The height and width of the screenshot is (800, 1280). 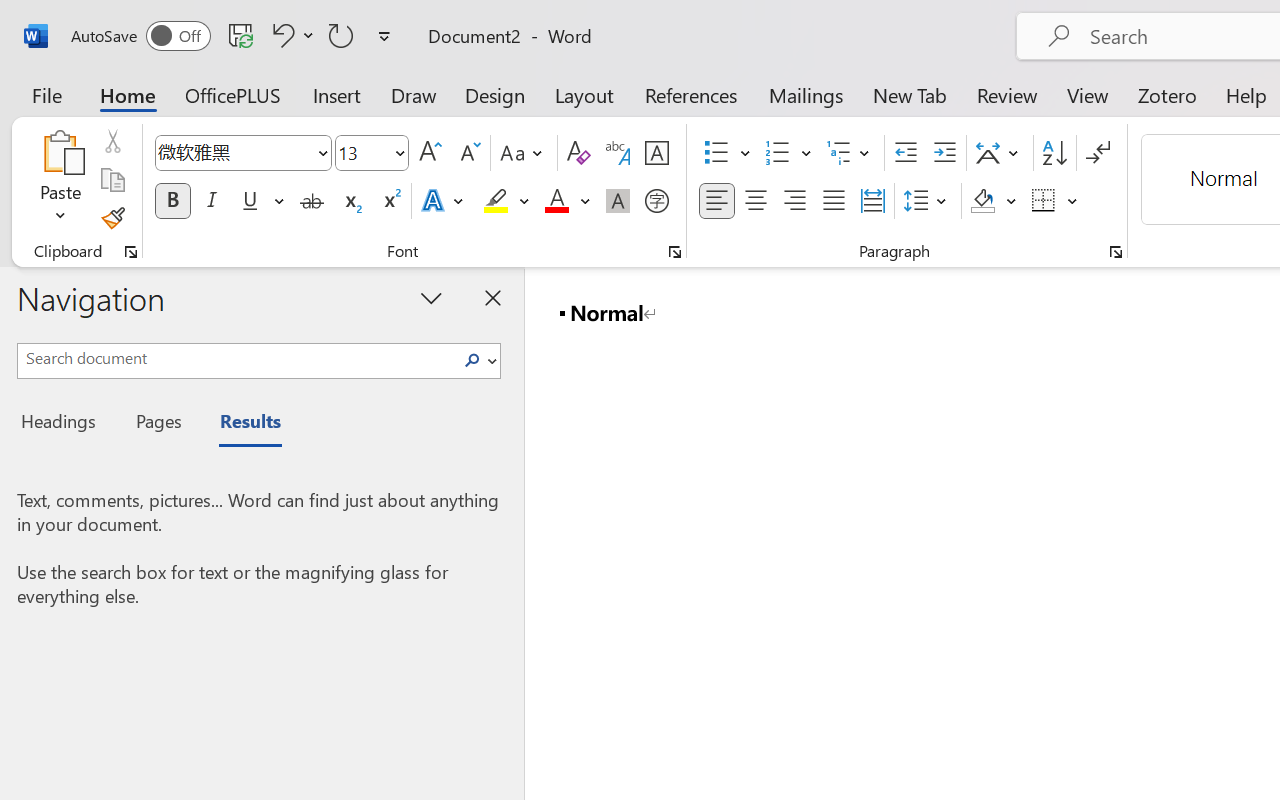 I want to click on 'Paste', so click(x=60, y=179).